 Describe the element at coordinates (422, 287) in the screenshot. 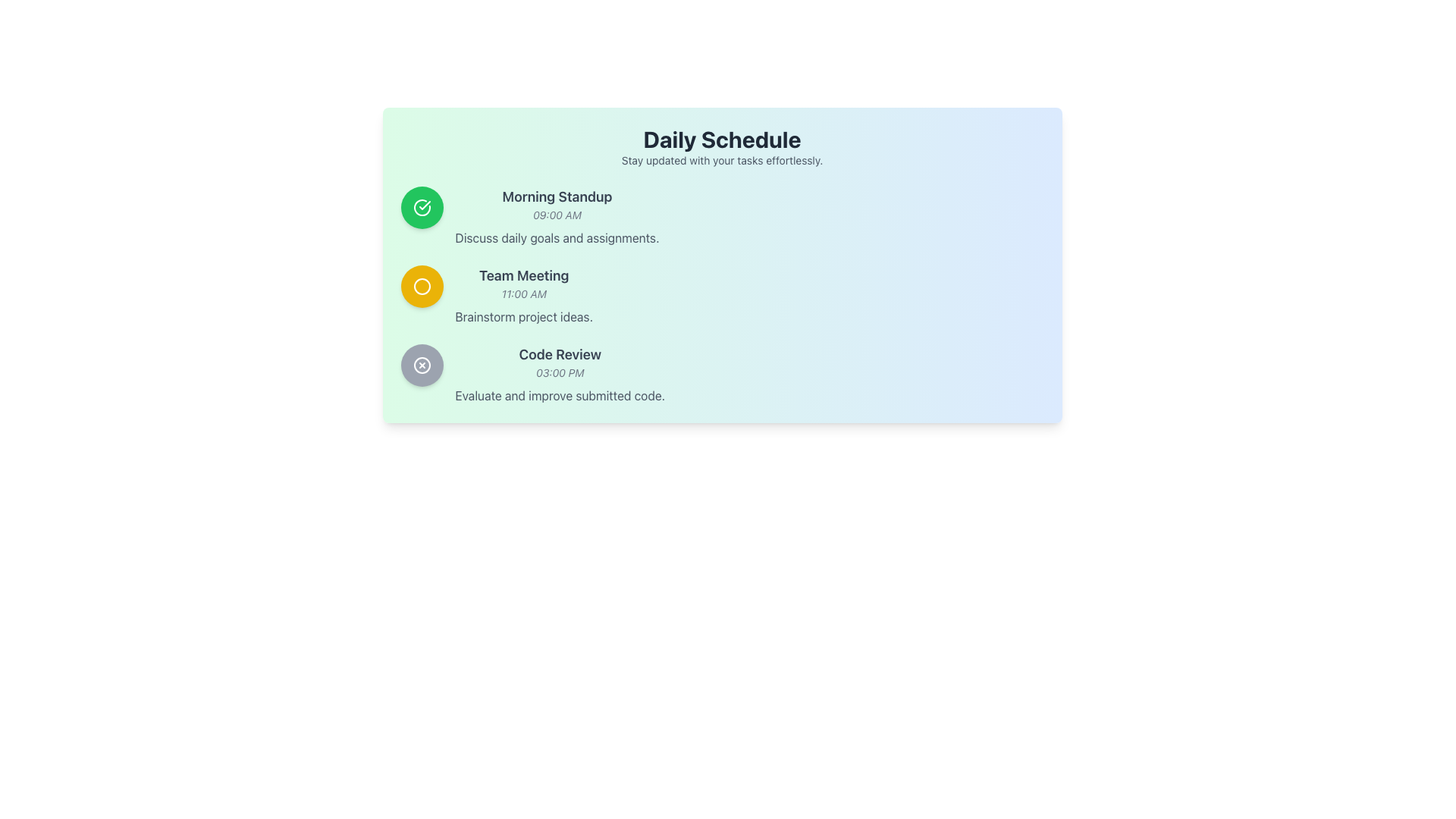

I see `the circular yellow icon button with a white hollow circle icon, located to the left of the 'Team Meeting' text in the daily schedule interface` at that location.